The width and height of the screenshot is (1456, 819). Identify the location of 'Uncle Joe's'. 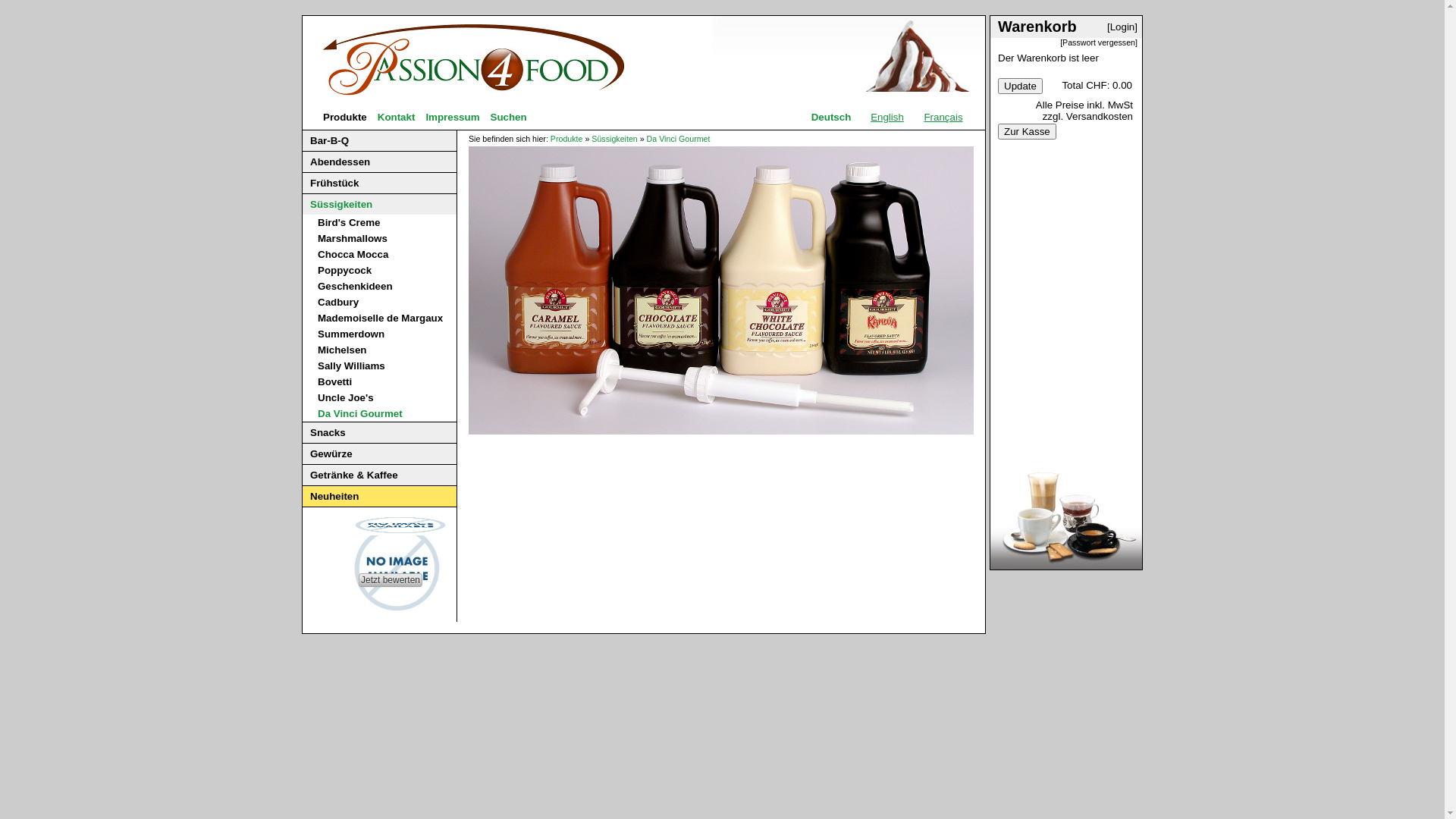
(345, 397).